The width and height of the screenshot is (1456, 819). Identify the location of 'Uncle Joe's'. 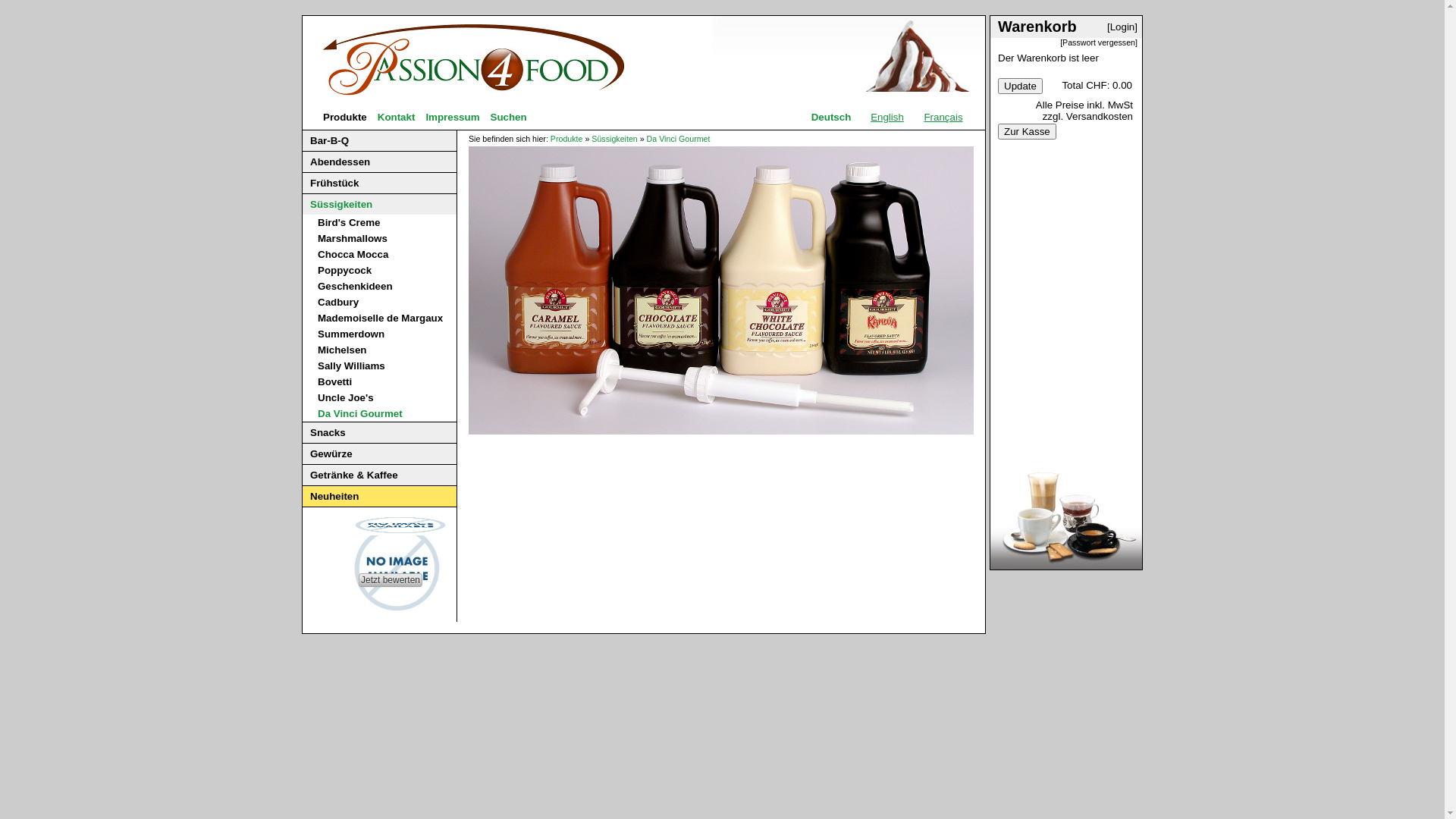
(345, 397).